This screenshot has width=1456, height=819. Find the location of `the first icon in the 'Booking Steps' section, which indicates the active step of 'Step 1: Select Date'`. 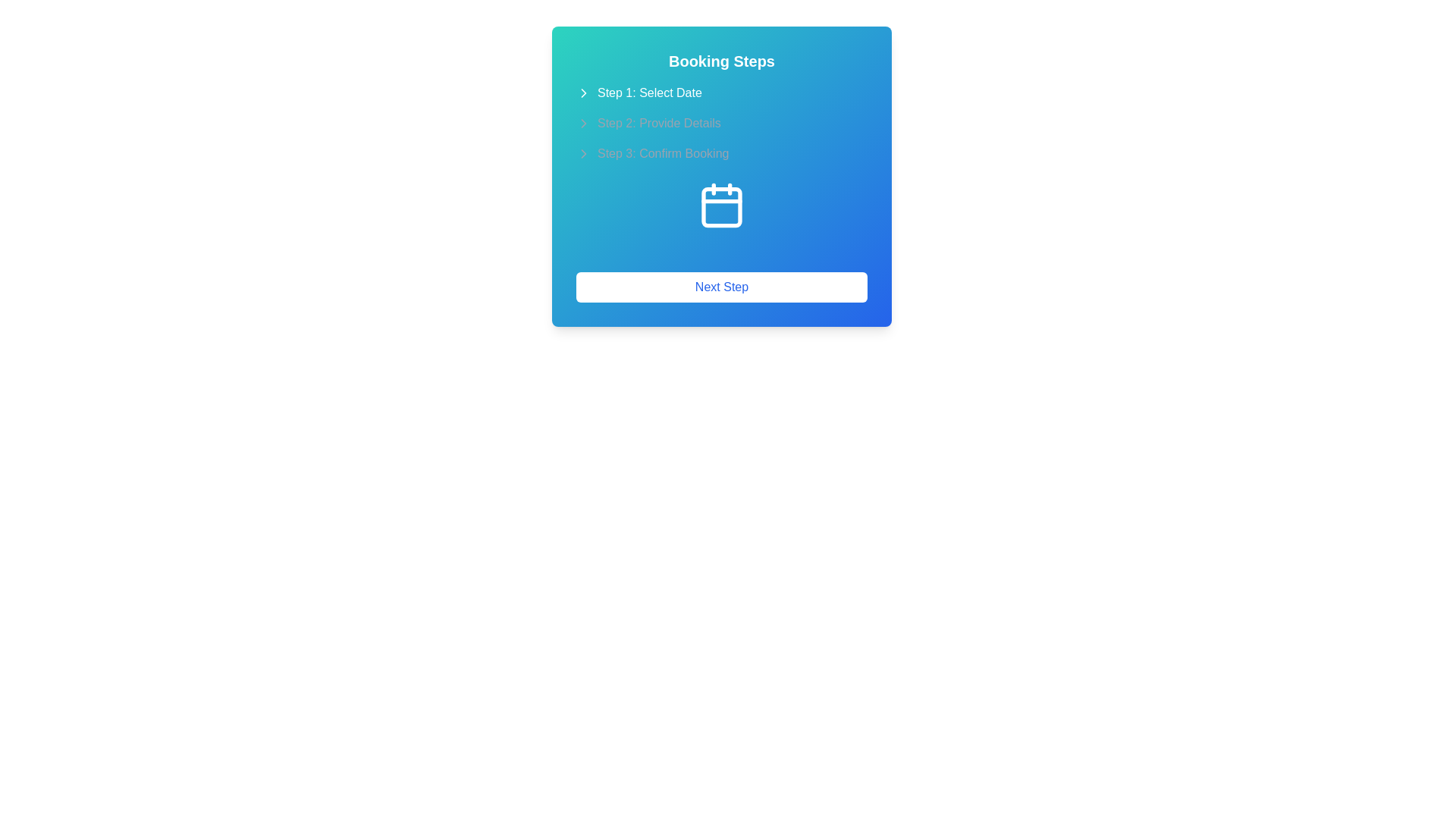

the first icon in the 'Booking Steps' section, which indicates the active step of 'Step 1: Select Date' is located at coordinates (582, 93).